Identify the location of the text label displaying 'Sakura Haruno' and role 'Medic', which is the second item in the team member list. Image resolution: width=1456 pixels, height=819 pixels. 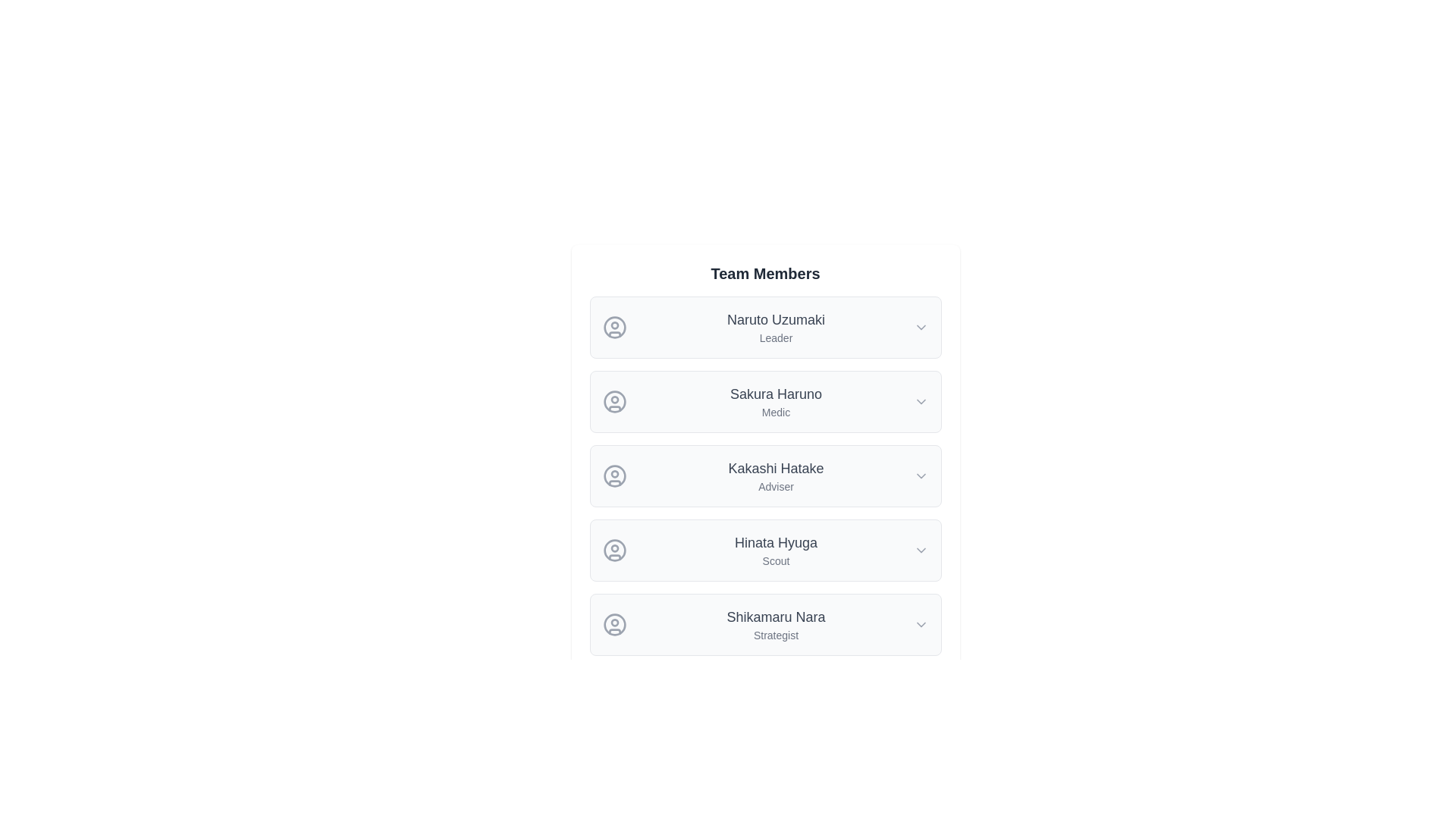
(776, 400).